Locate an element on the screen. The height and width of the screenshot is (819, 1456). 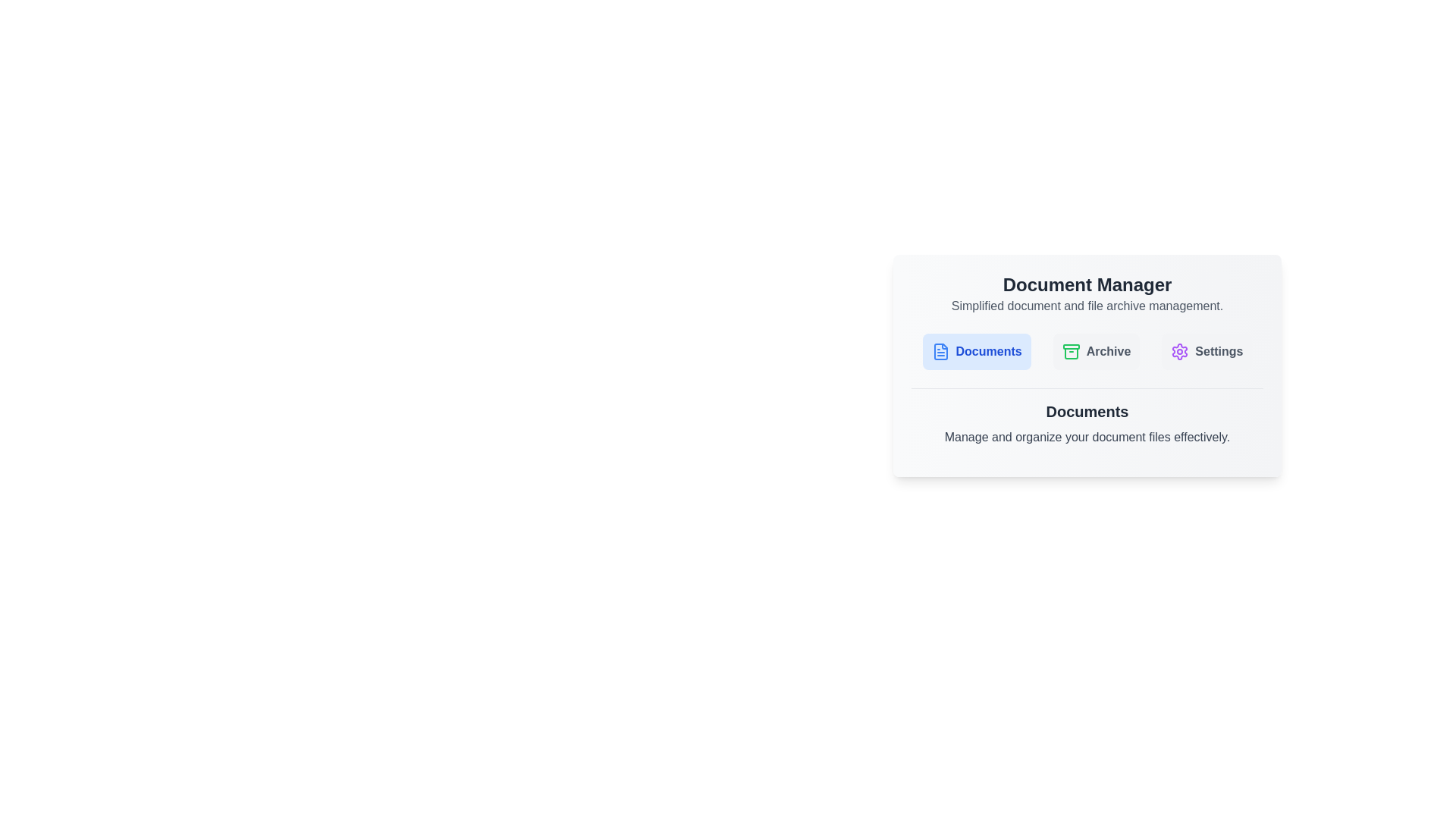
the Documents tab by clicking its corresponding button is located at coordinates (977, 351).